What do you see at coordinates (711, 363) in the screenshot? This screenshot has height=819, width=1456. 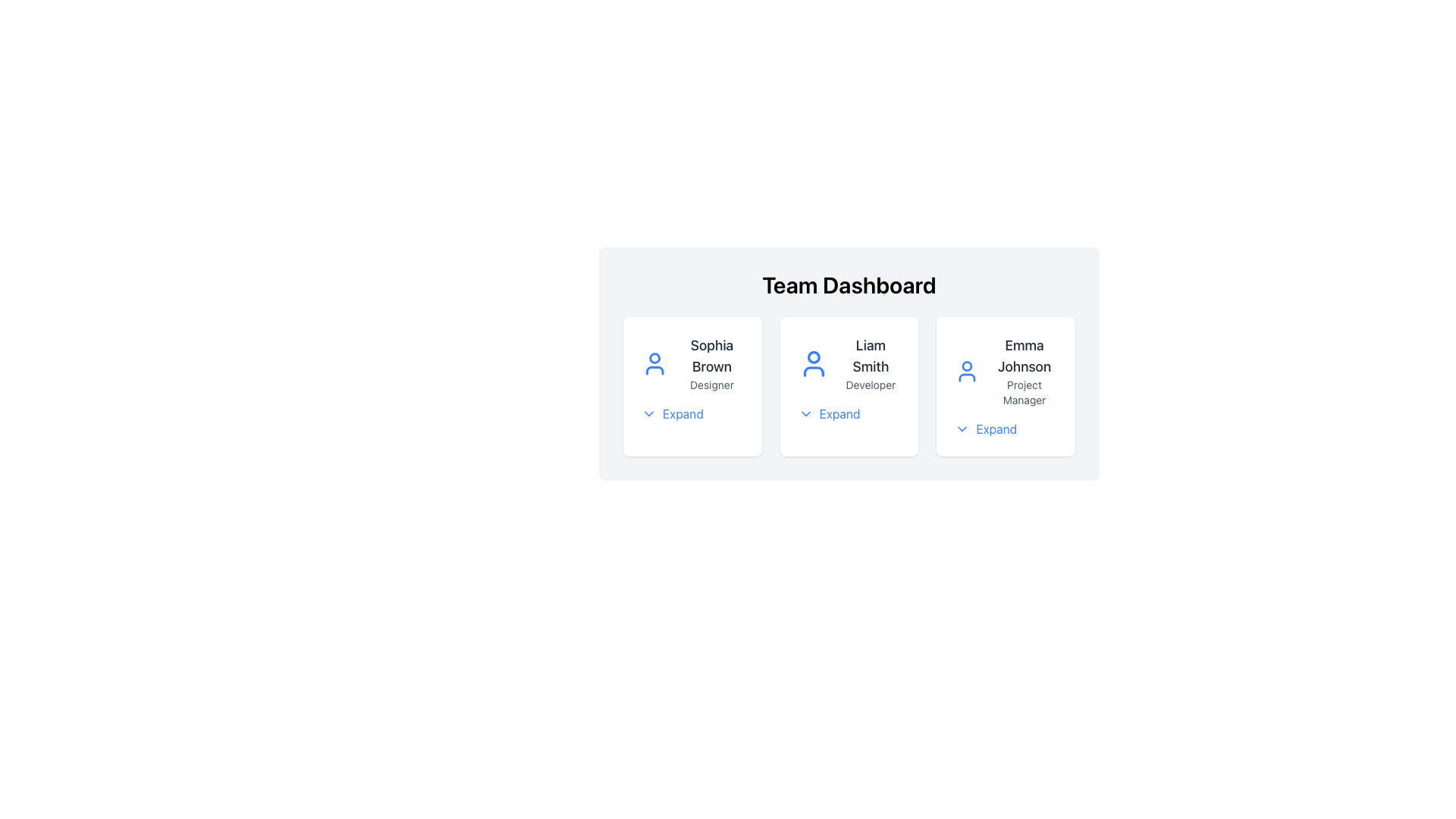 I see `text 'Sophia Brown' and 'Designer' displayed in the first card under the 'Team Dashboard' title, which has a white background and rounded corners` at bounding box center [711, 363].